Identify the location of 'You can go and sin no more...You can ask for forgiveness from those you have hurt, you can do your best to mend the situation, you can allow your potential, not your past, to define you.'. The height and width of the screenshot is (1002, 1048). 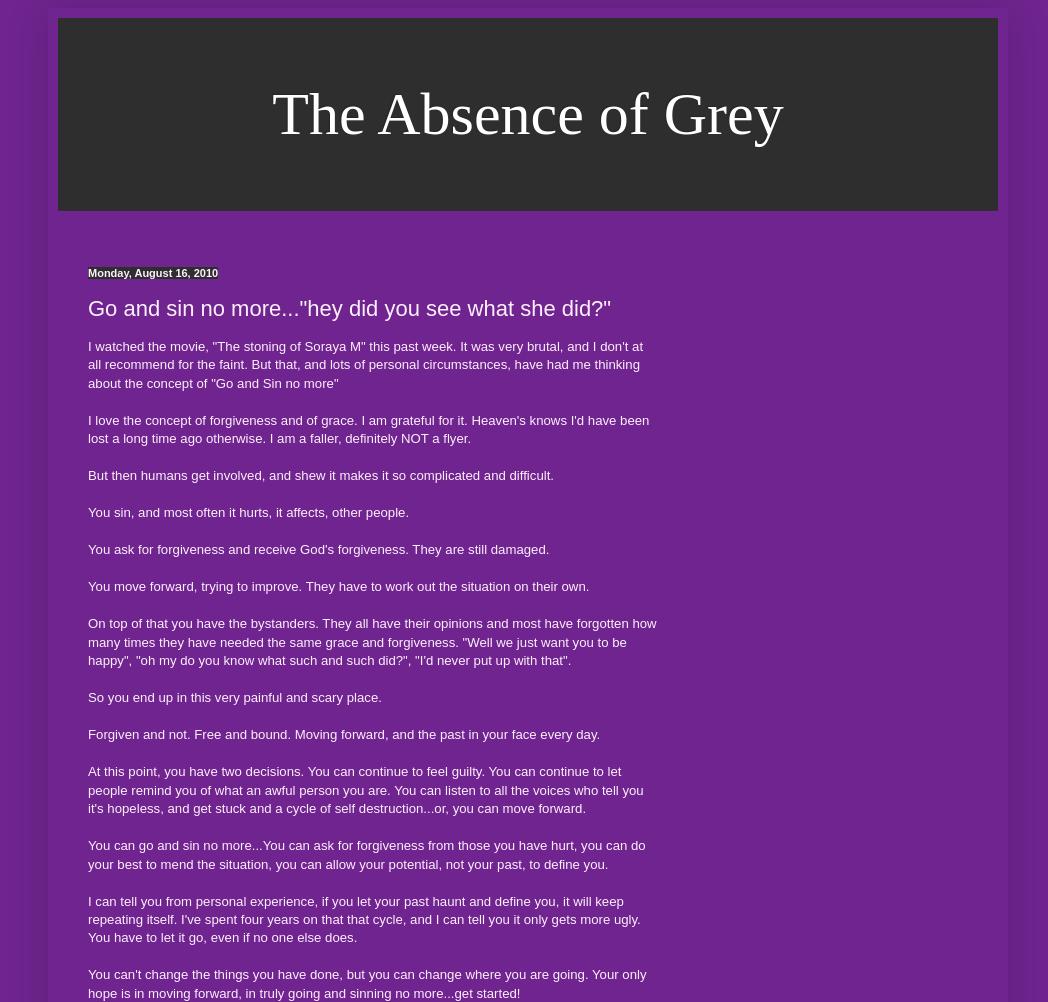
(365, 854).